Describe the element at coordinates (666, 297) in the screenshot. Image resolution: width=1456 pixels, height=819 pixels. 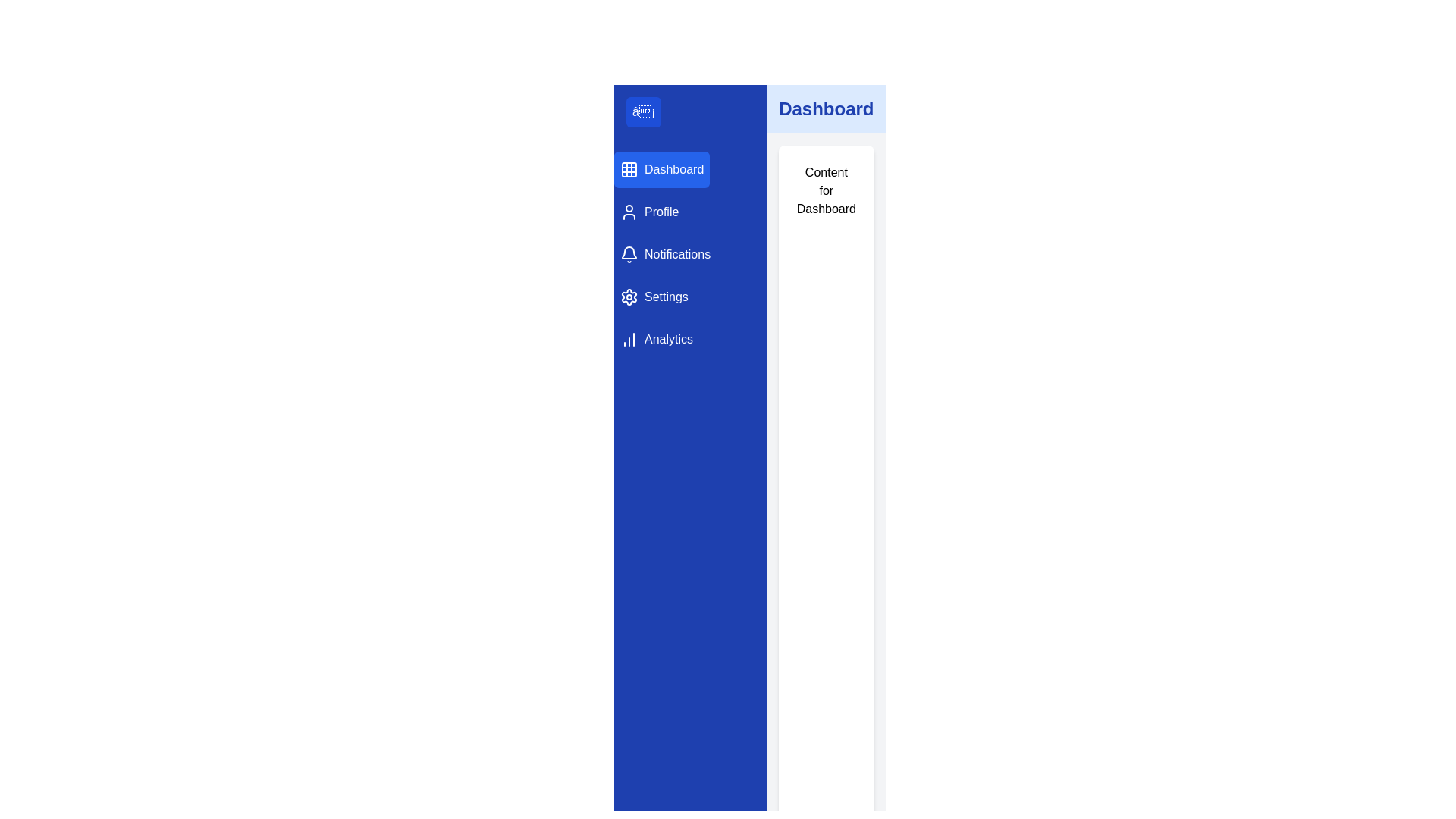
I see `text label 'Settings' which is styled in white color against a blue background, positioned in the vertical navigation bar on the left side of the interface, specifically the fourth item in the menu below 'Notifications' and above 'Analytics.'` at that location.